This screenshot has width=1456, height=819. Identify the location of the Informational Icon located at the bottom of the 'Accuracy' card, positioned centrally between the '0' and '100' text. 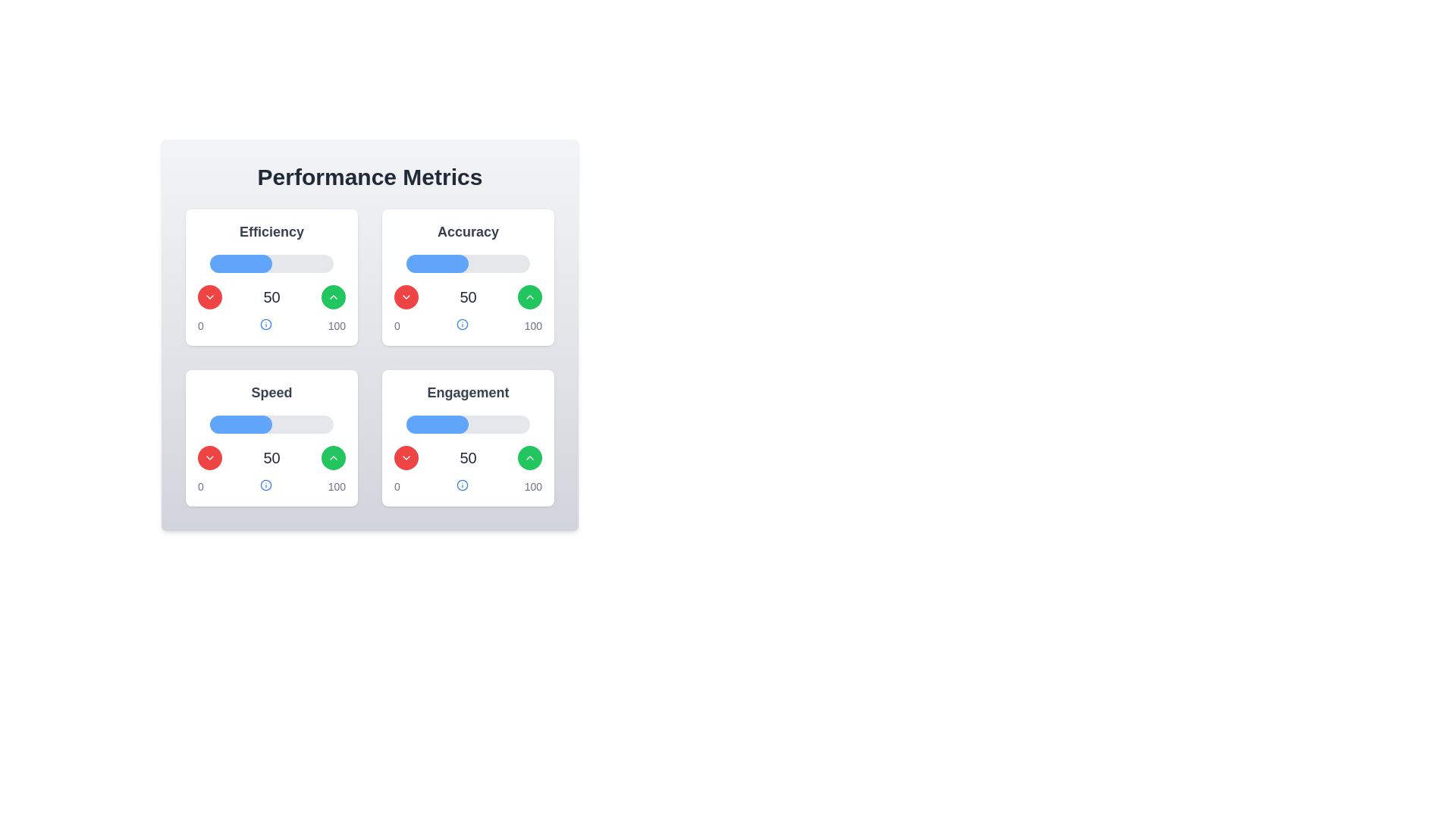
(461, 324).